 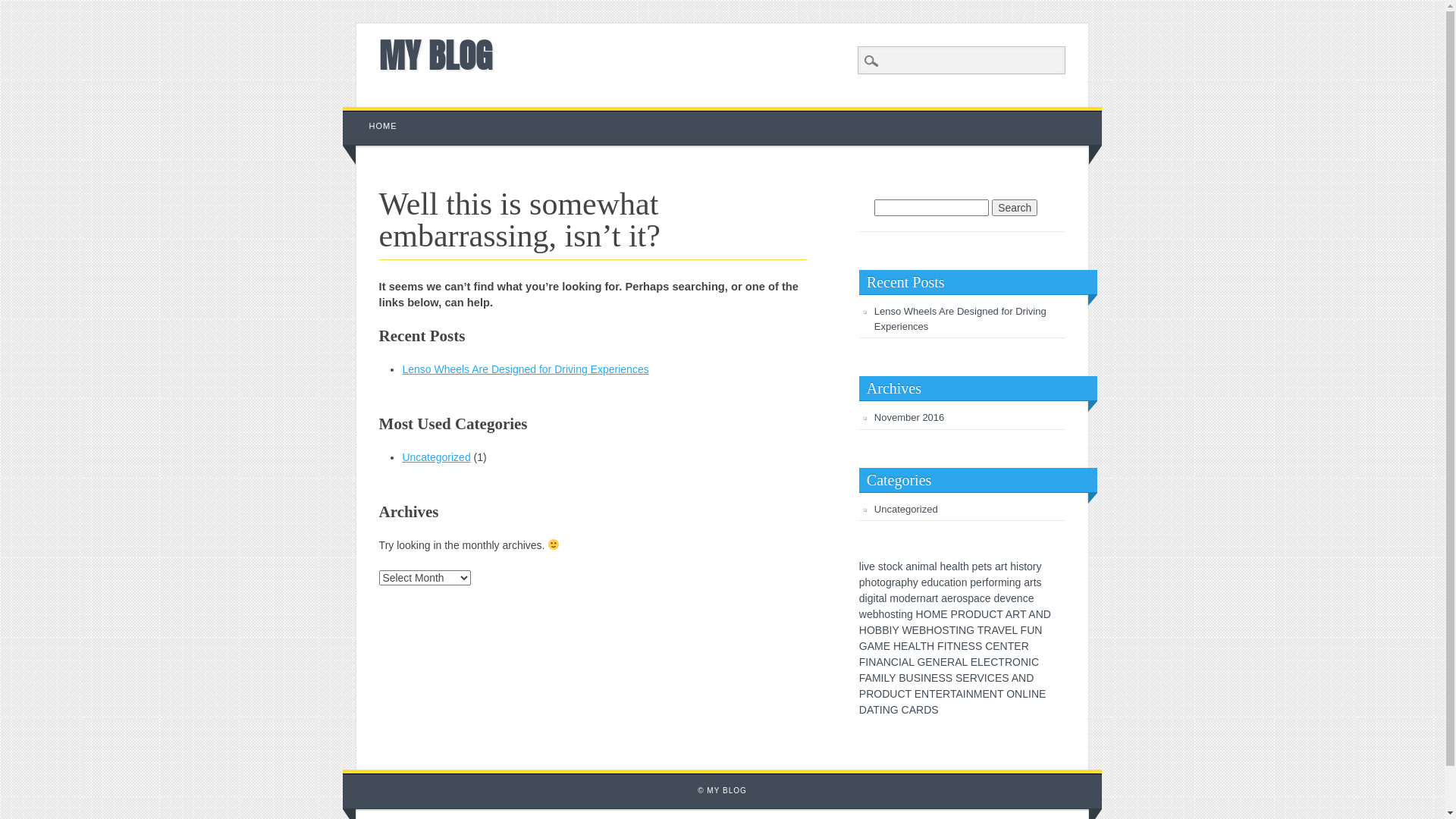 I want to click on 'D', so click(x=1046, y=614).